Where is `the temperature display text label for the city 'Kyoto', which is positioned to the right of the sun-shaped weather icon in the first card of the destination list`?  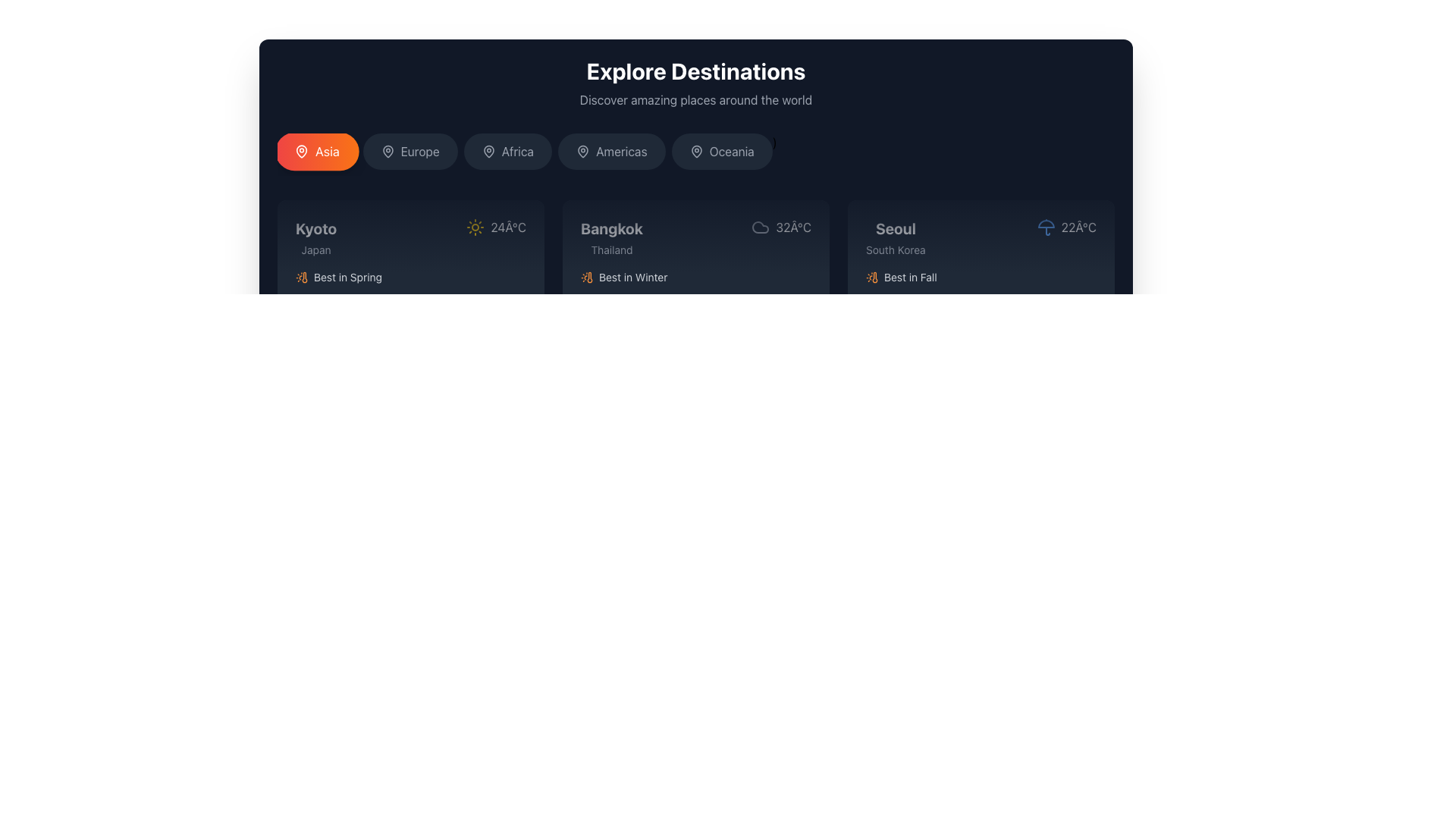 the temperature display text label for the city 'Kyoto', which is positioned to the right of the sun-shaped weather icon in the first card of the destination list is located at coordinates (508, 227).